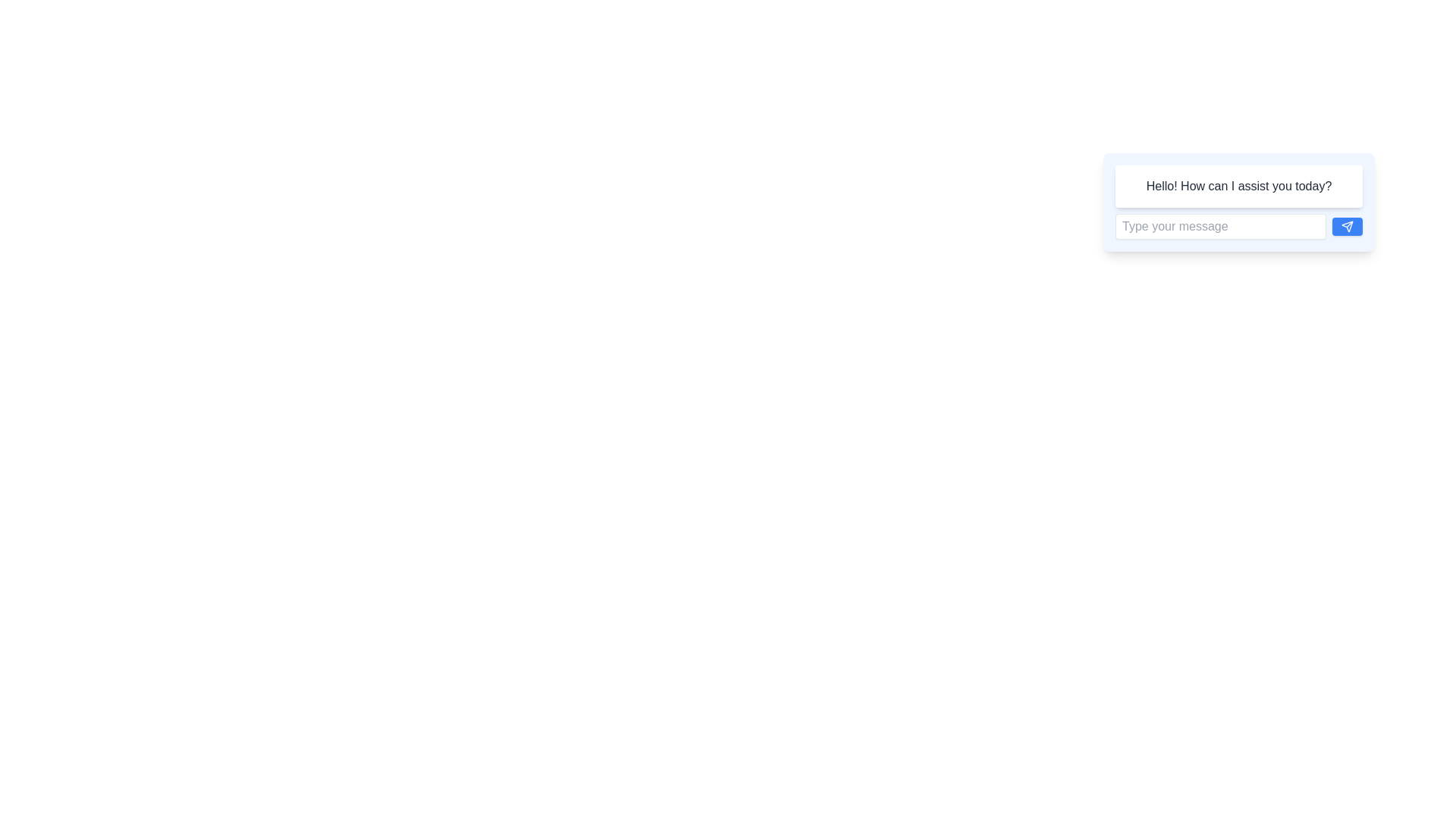  What do you see at coordinates (1347, 227) in the screenshot?
I see `the send icon located on the right side of the text input field in the chat interface` at bounding box center [1347, 227].